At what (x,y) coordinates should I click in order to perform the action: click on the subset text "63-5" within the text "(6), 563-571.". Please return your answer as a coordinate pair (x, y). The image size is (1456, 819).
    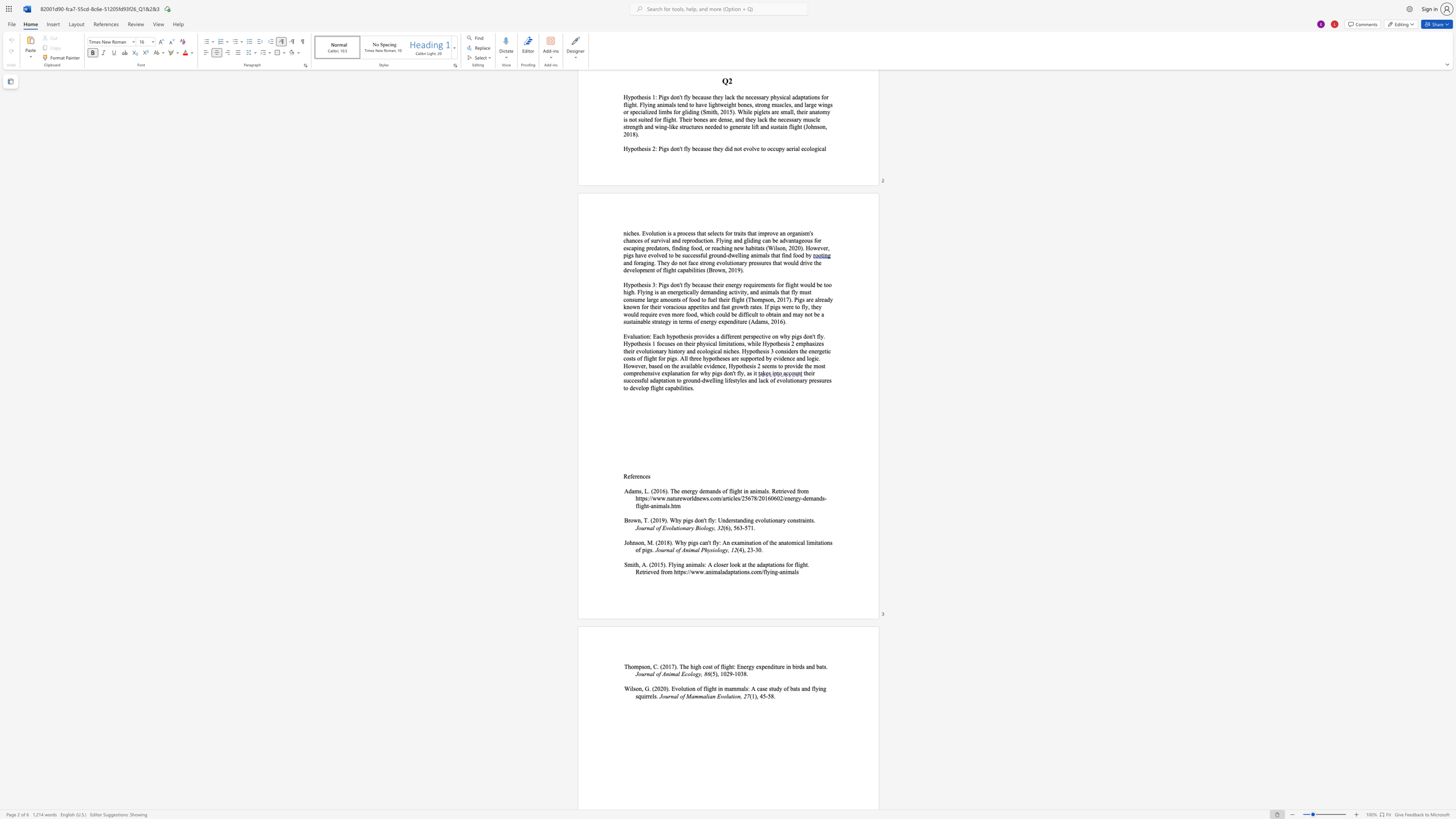
    Looking at the image, I should click on (736, 527).